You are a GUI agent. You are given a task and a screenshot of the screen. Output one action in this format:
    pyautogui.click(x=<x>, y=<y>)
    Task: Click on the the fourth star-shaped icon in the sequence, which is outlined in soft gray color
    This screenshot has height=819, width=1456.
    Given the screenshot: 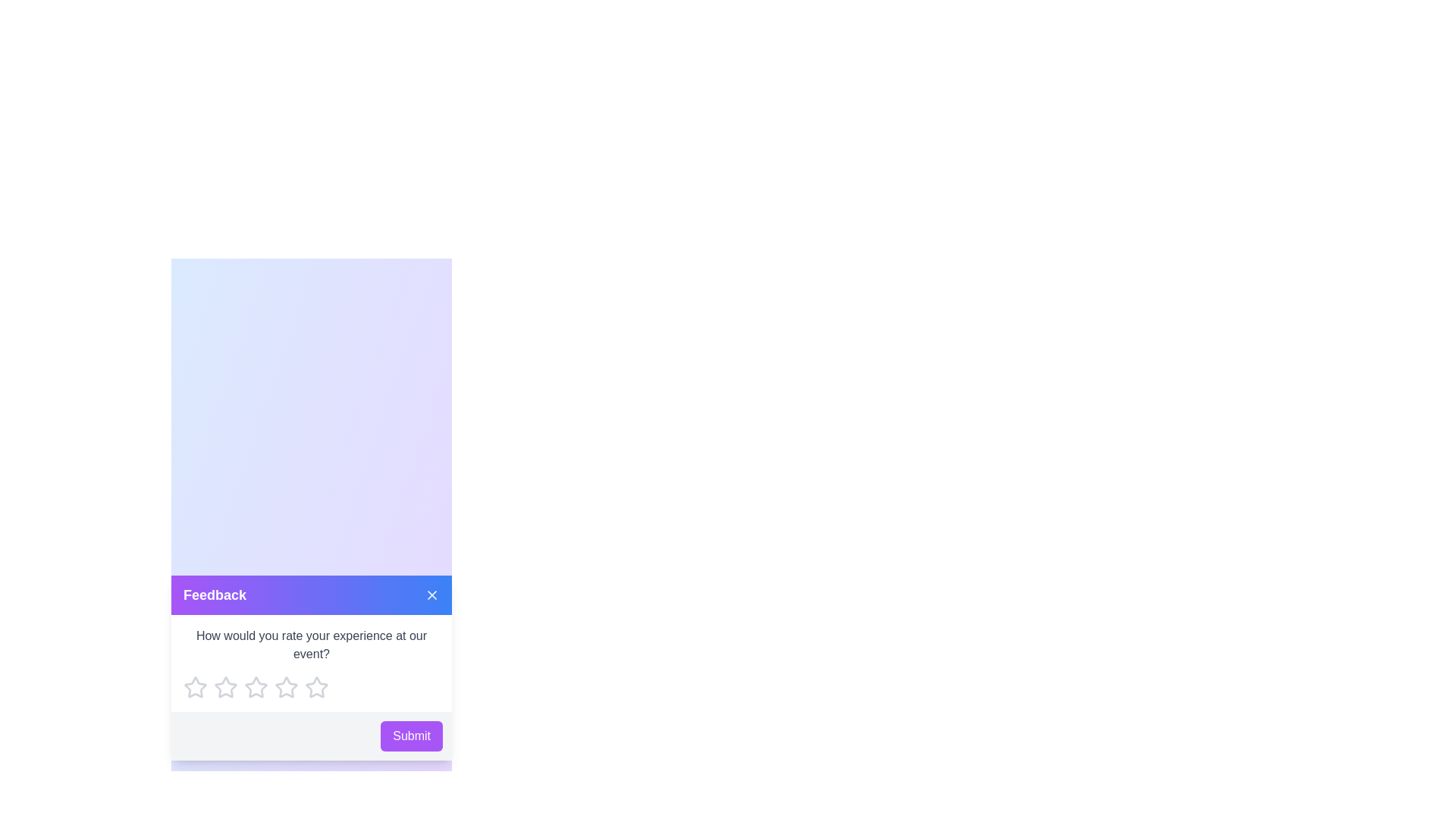 What is the action you would take?
    pyautogui.click(x=256, y=687)
    